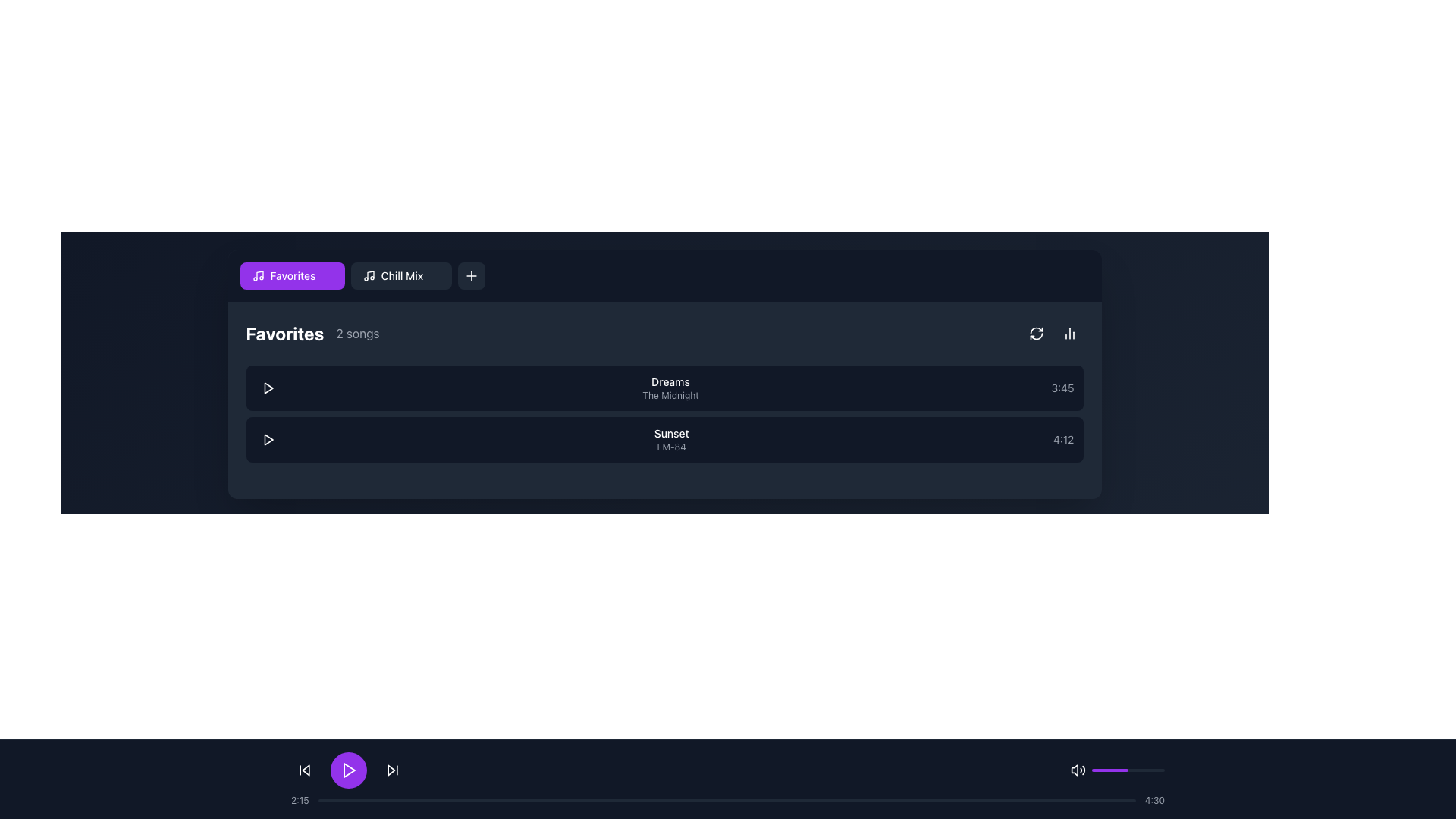 This screenshot has width=1456, height=819. Describe the element at coordinates (1110, 770) in the screenshot. I see `the purple progress bar segment with rounded edges located at the bottom left half of the interface` at that location.